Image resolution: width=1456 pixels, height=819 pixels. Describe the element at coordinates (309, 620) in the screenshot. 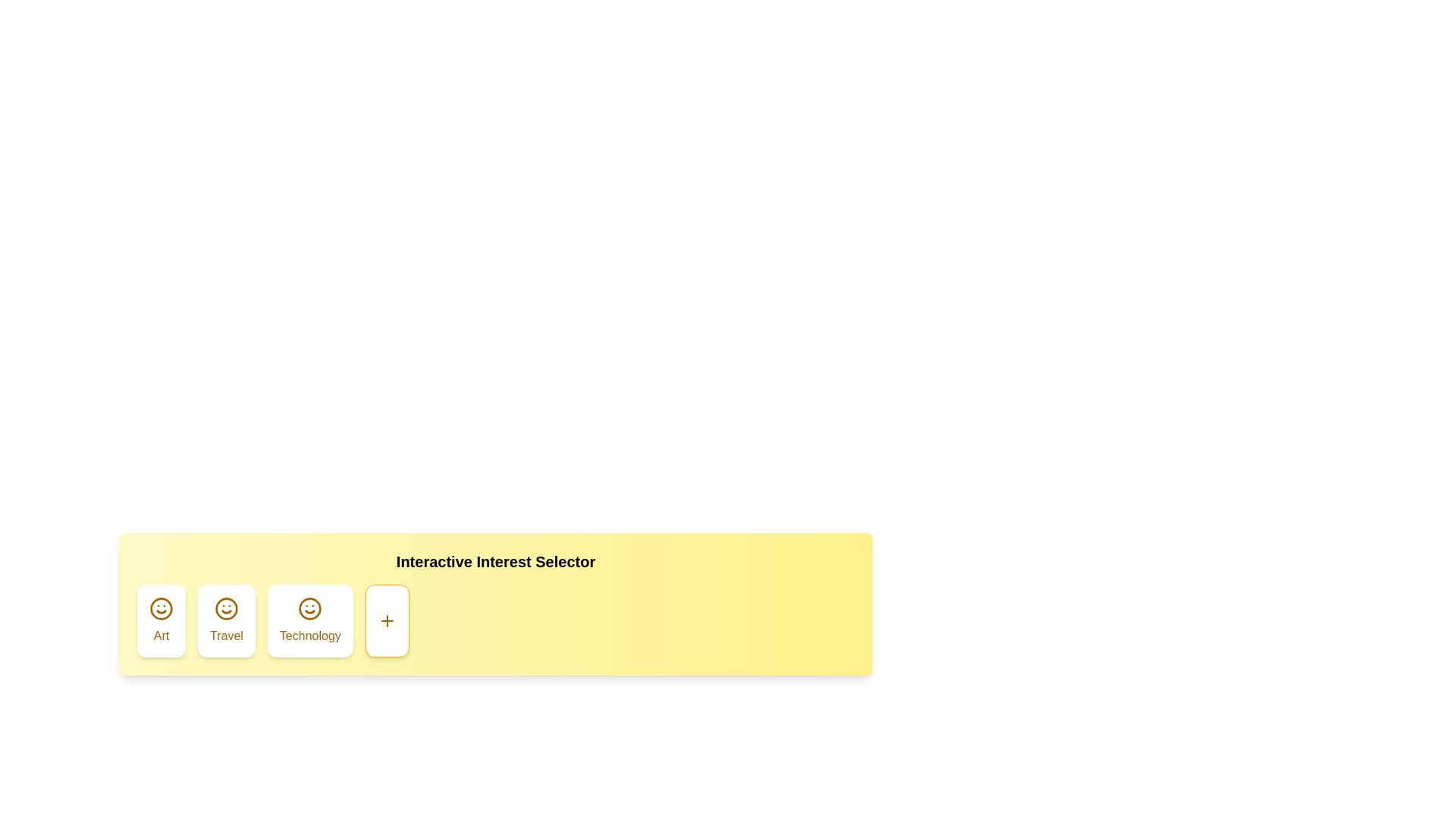

I see `the chip labeled Technology to observe its visual changes` at that location.